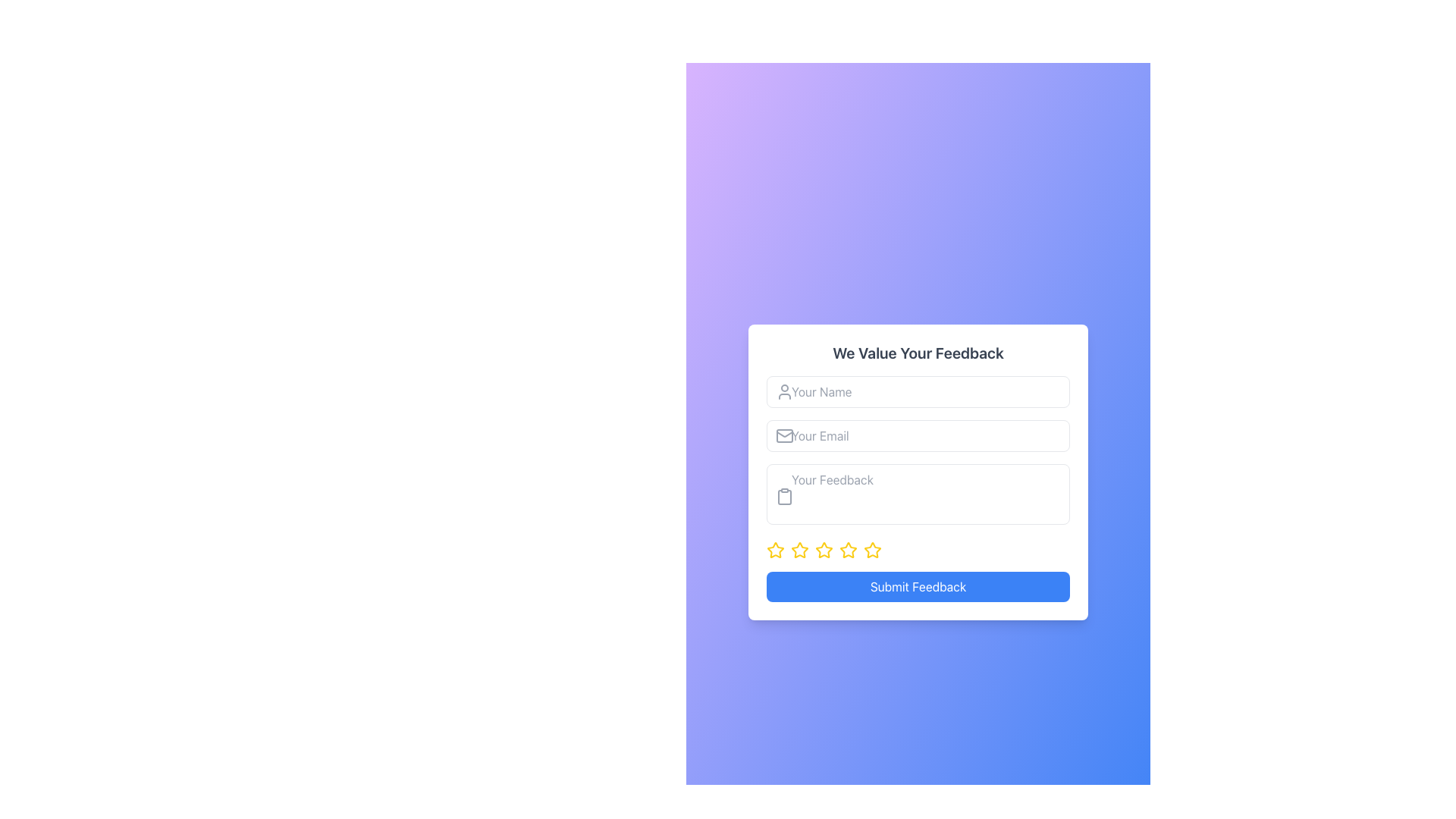 The height and width of the screenshot is (819, 1456). What do you see at coordinates (775, 550) in the screenshot?
I see `the first star in the rating system below the 'Your Feedback' input area` at bounding box center [775, 550].